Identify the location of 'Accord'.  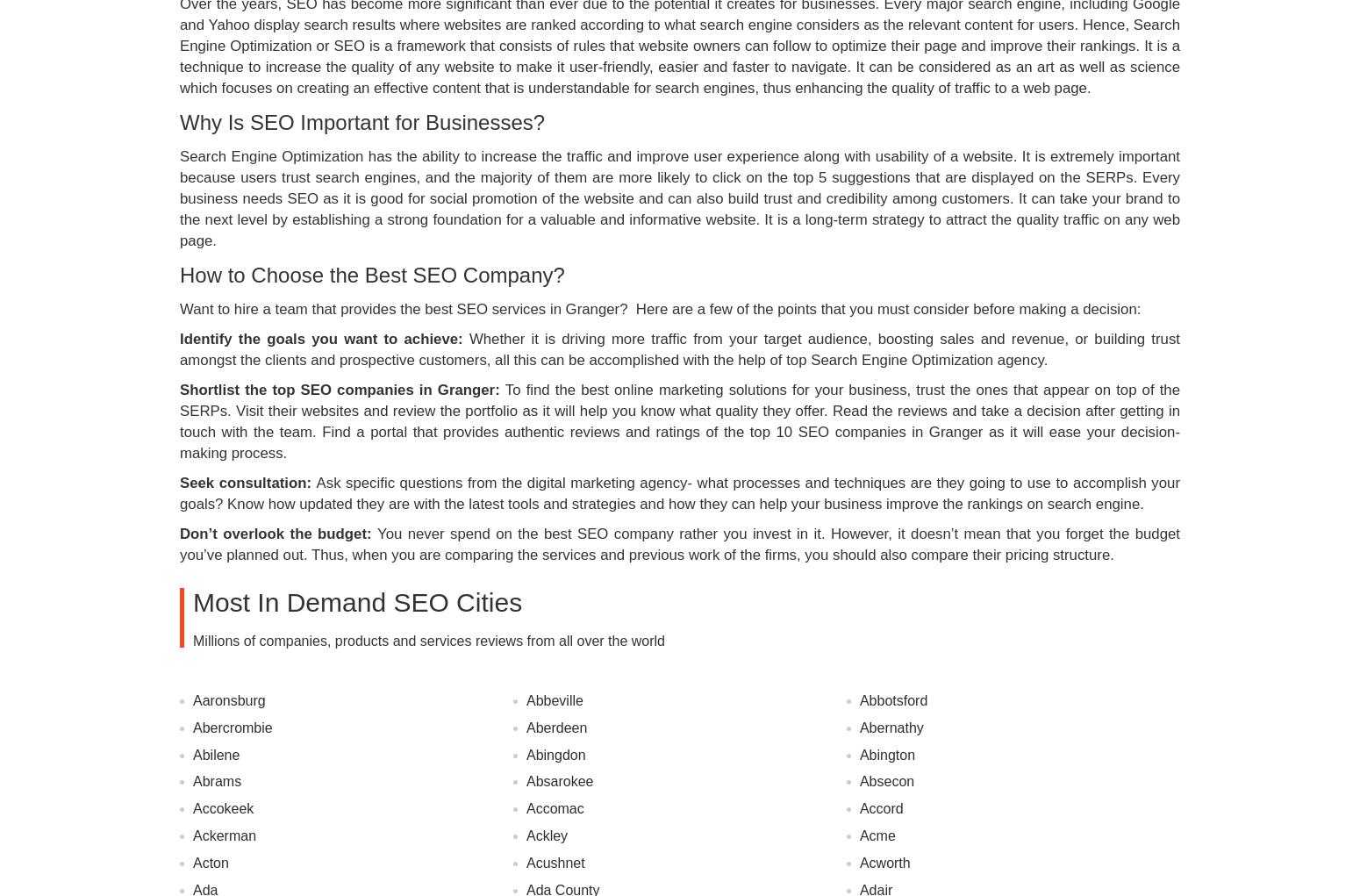
(879, 808).